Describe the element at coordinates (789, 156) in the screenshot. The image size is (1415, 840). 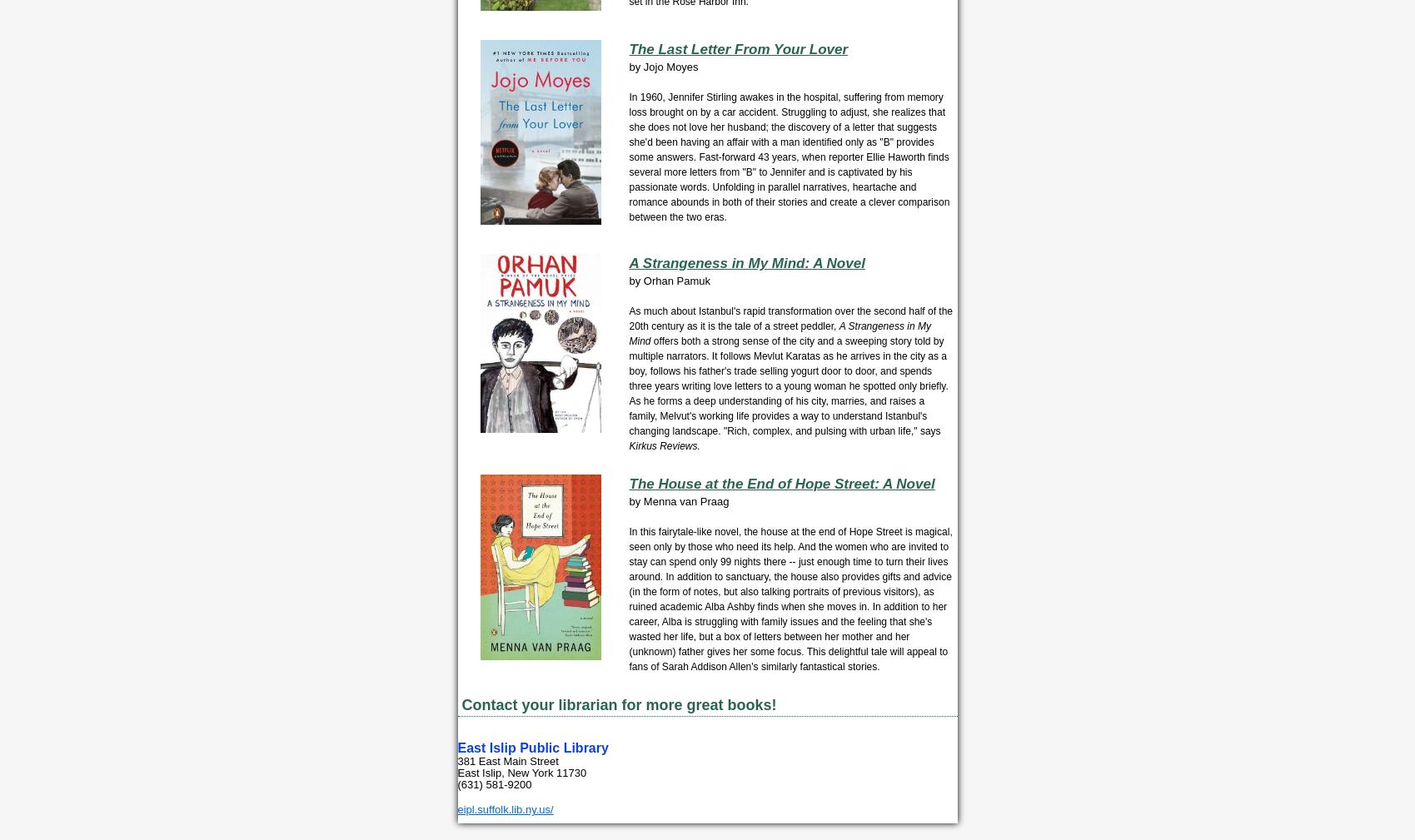
I see `'In 1960, Jennifer Stirling awakes in the hospital, suffering from memory loss brought on by a car accident. Struggling to adjust, she realizes that she does not love her husband; the discovery of a letter that suggests she'd been having an affair with a man identified only as "B" provides some answers. Fast-forward 43 years, when reporter Ellie Haworth finds several more letters from "B" to Jennifer and is captivated by his passionate words. Unfolding in parallel narratives, heartache and romance abounds in both of their stories and create a clever comparison between the two eras.'` at that location.